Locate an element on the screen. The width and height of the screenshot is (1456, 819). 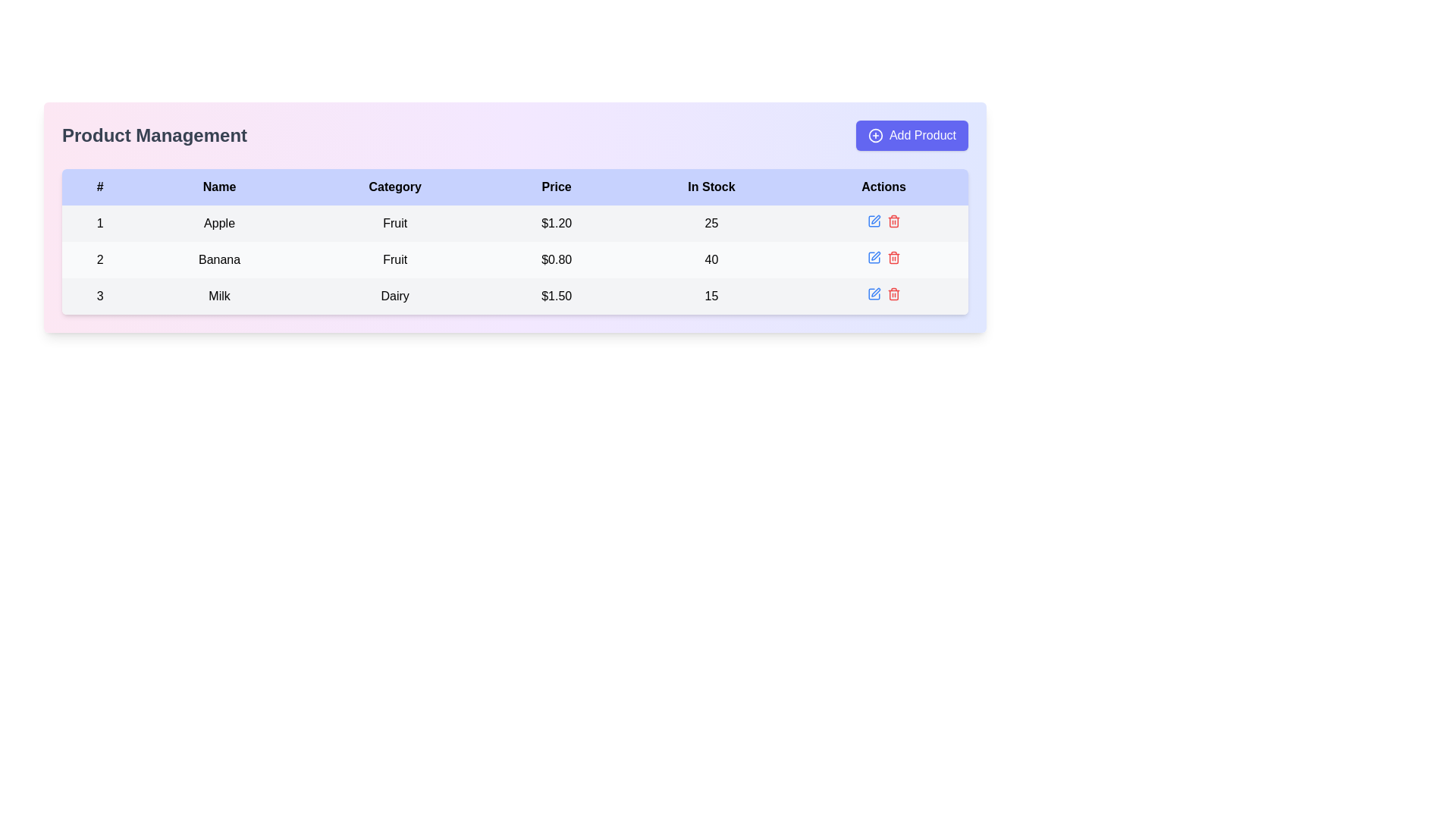
the 'Actions' column header cell in the table, which is the last column header following the columns '#', 'Name', 'Category', 'Price', and 'In Stock' is located at coordinates (883, 186).